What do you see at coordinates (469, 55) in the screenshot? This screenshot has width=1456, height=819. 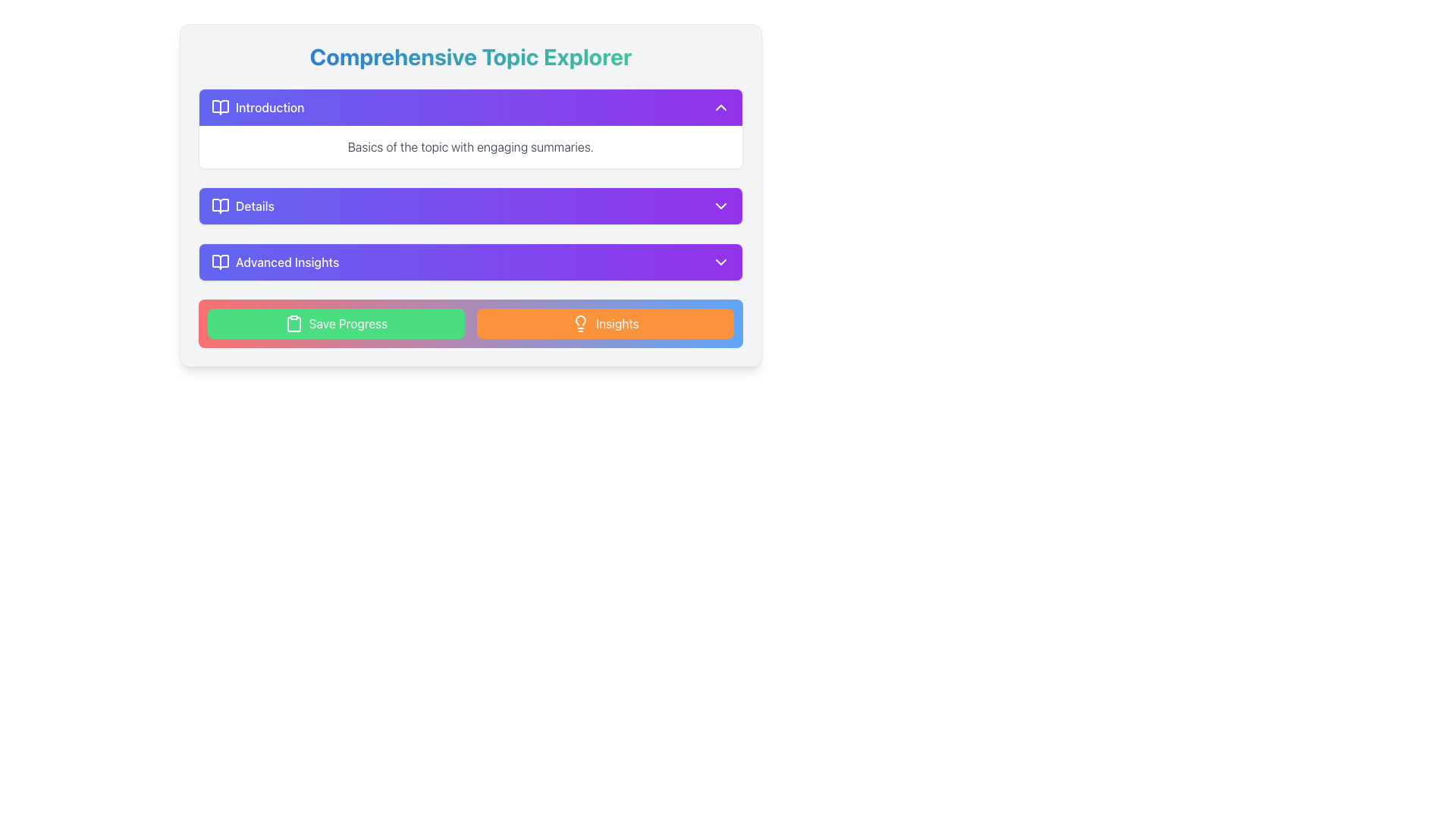 I see `the bold and large title 'Comprehensive Topic Explorer' at the top of the section` at bounding box center [469, 55].